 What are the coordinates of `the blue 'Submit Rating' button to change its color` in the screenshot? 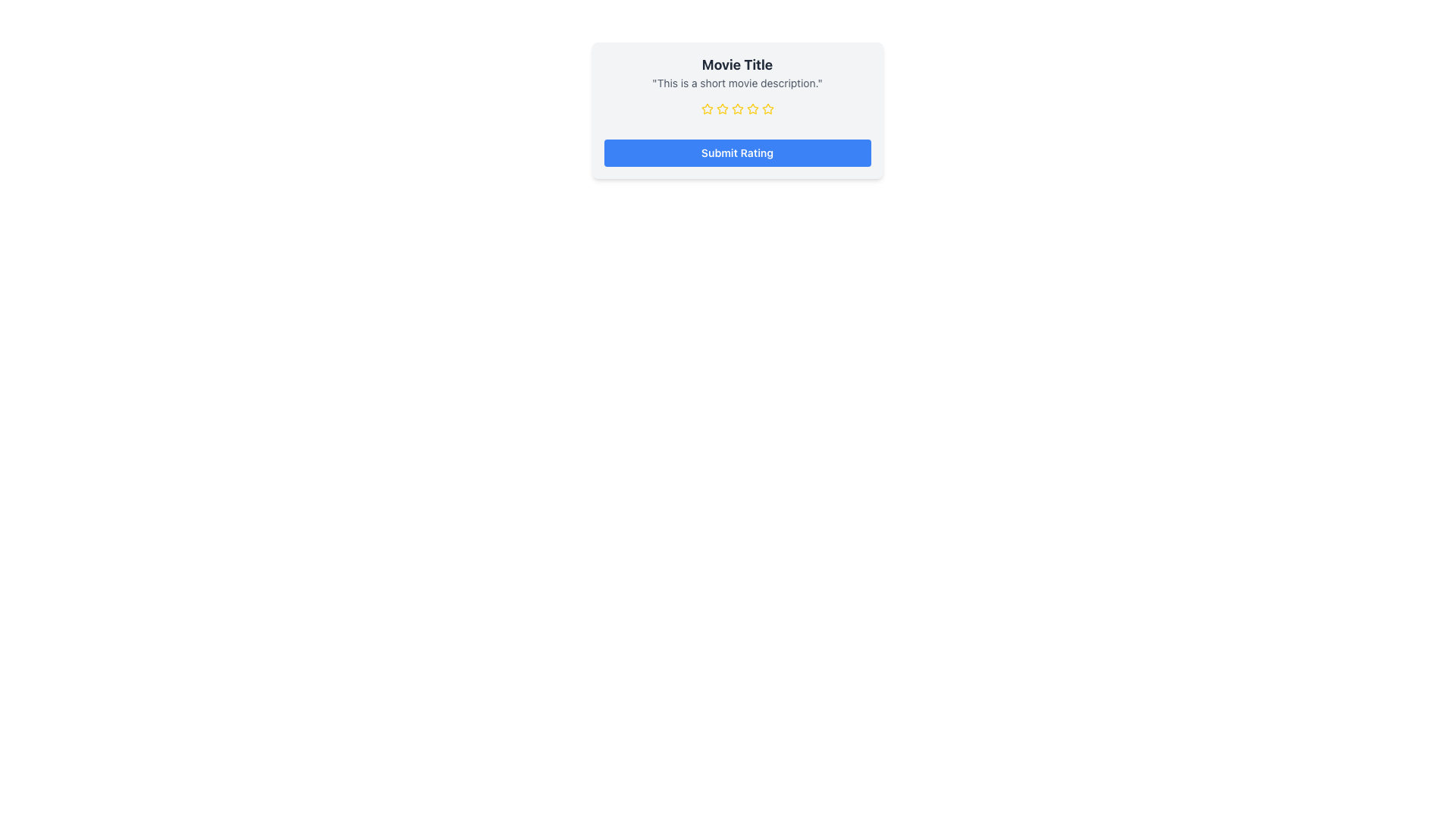 It's located at (737, 152).